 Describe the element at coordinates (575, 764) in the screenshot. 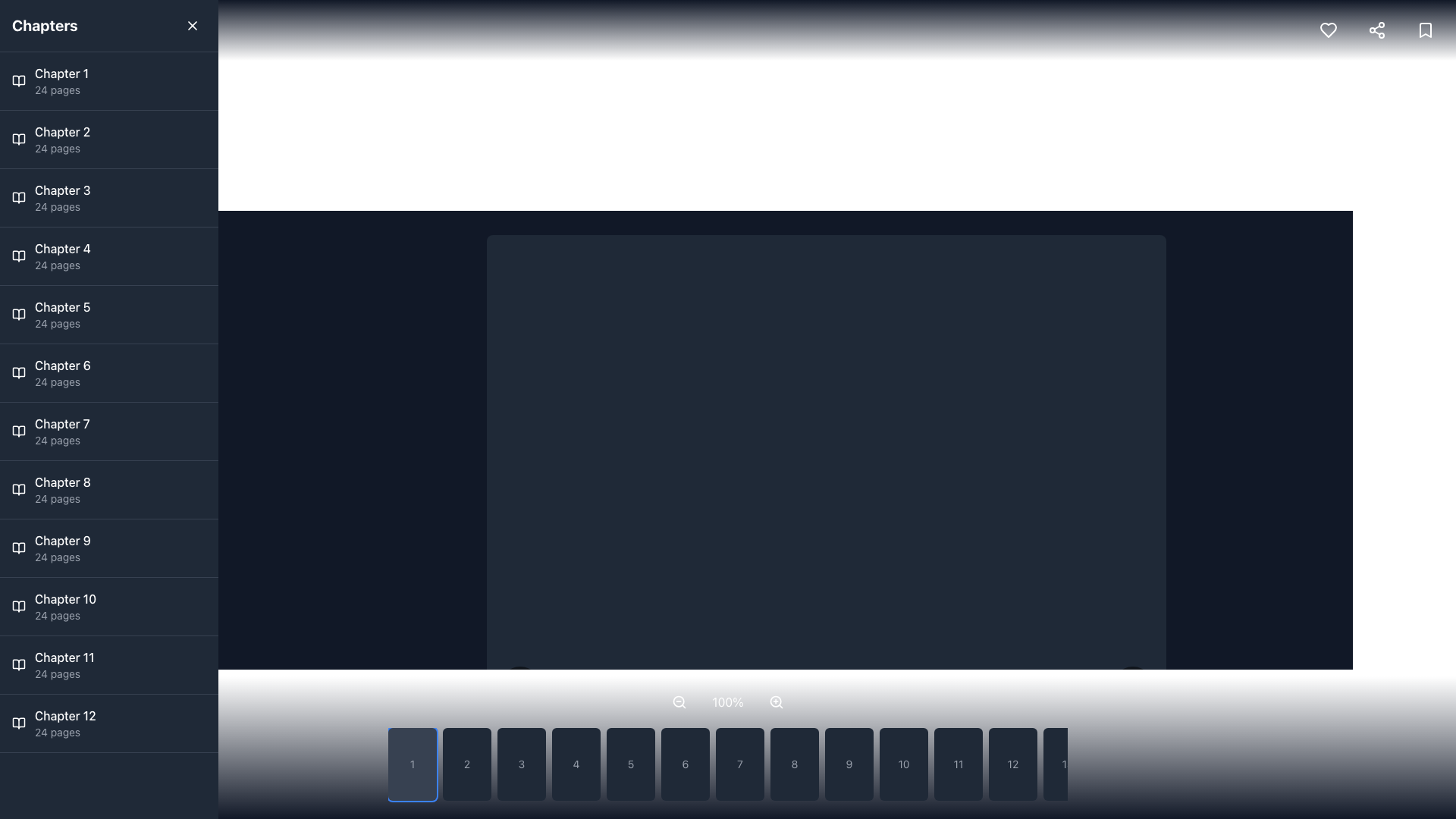

I see `the selectable button labeled '4' in the navigation bar to observe visual changes` at that location.